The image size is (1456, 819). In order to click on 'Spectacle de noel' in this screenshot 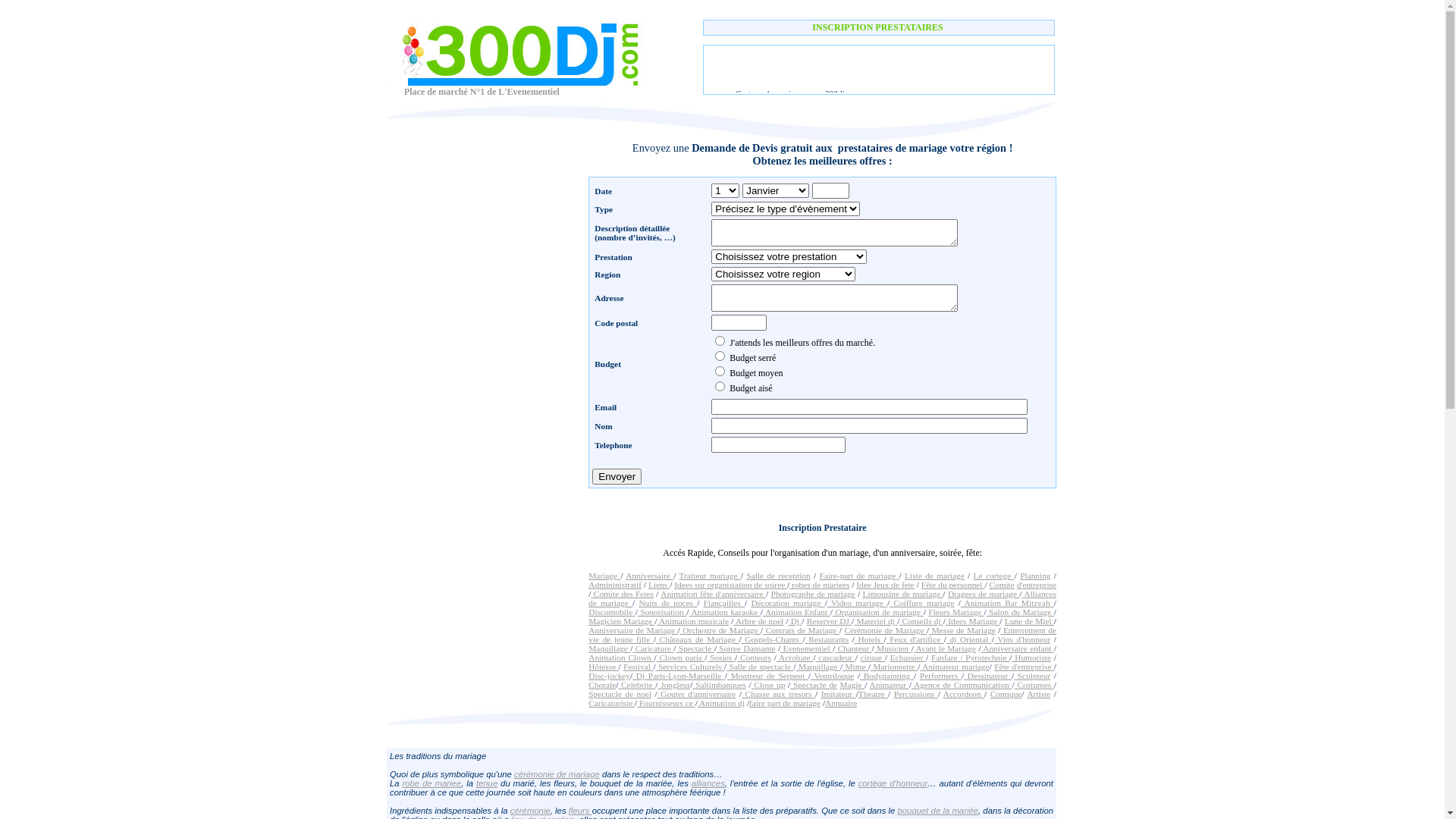, I will do `click(588, 693)`.